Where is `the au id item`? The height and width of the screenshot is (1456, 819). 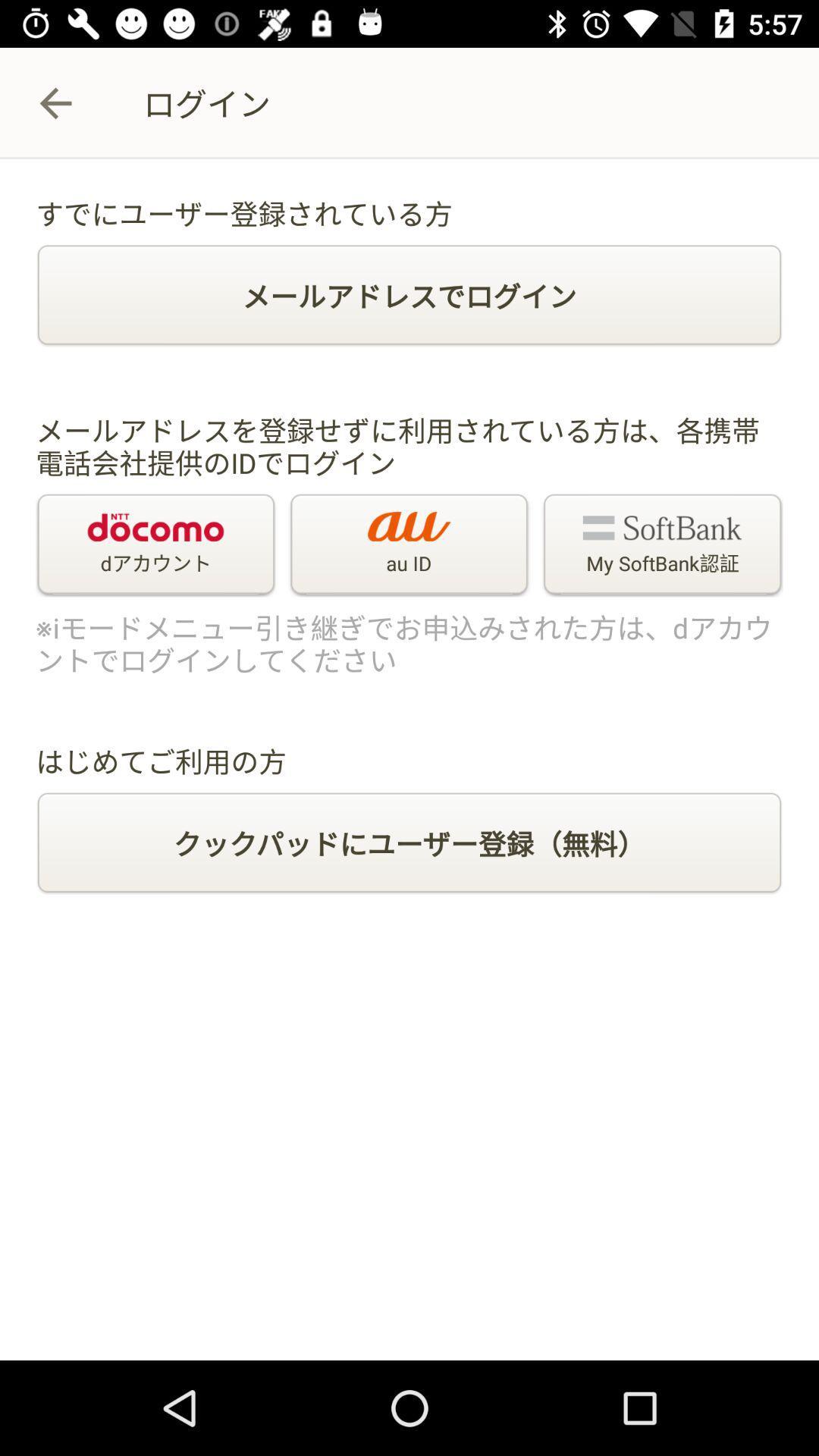 the au id item is located at coordinates (408, 545).